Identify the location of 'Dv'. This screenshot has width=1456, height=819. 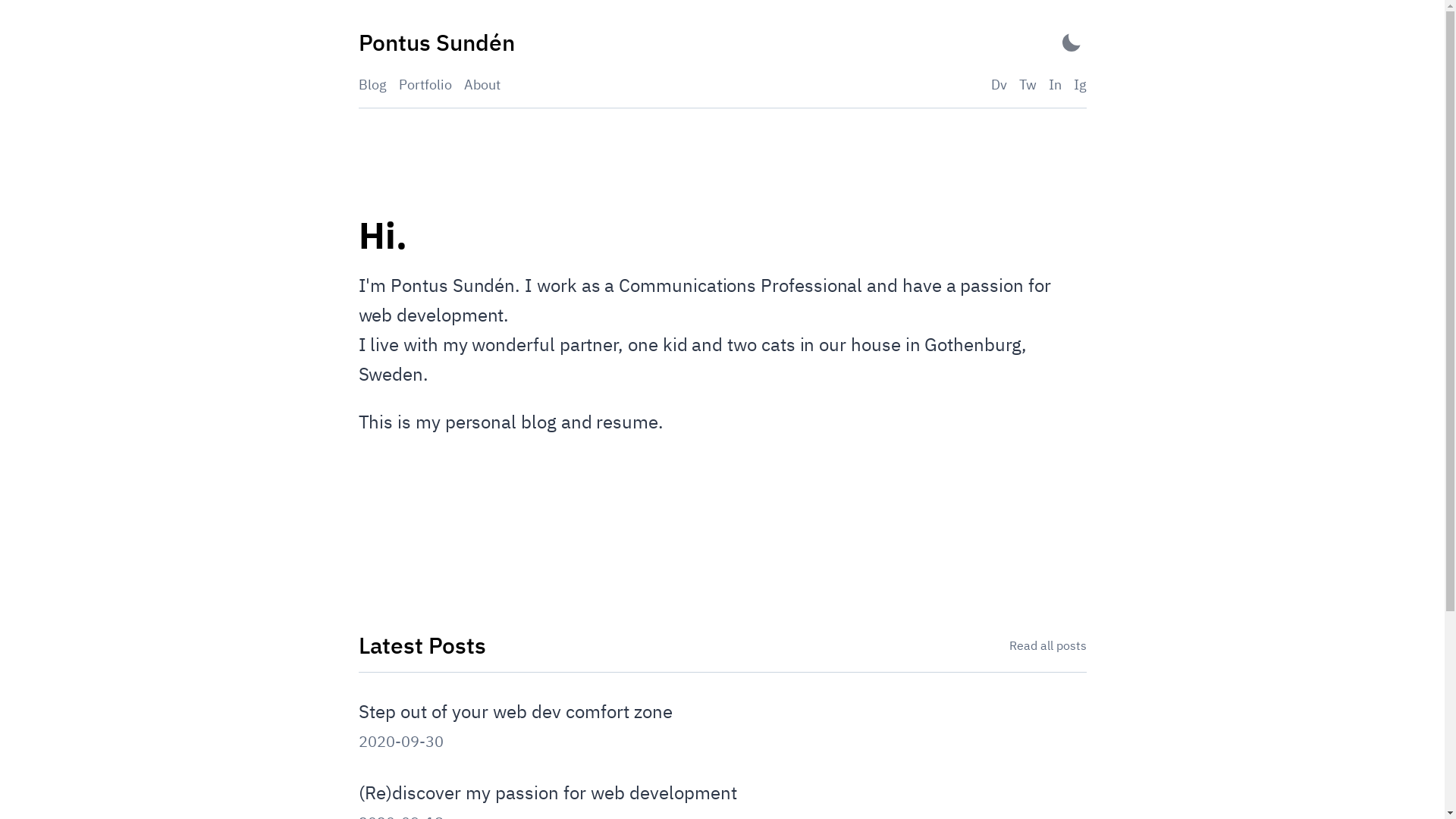
(990, 84).